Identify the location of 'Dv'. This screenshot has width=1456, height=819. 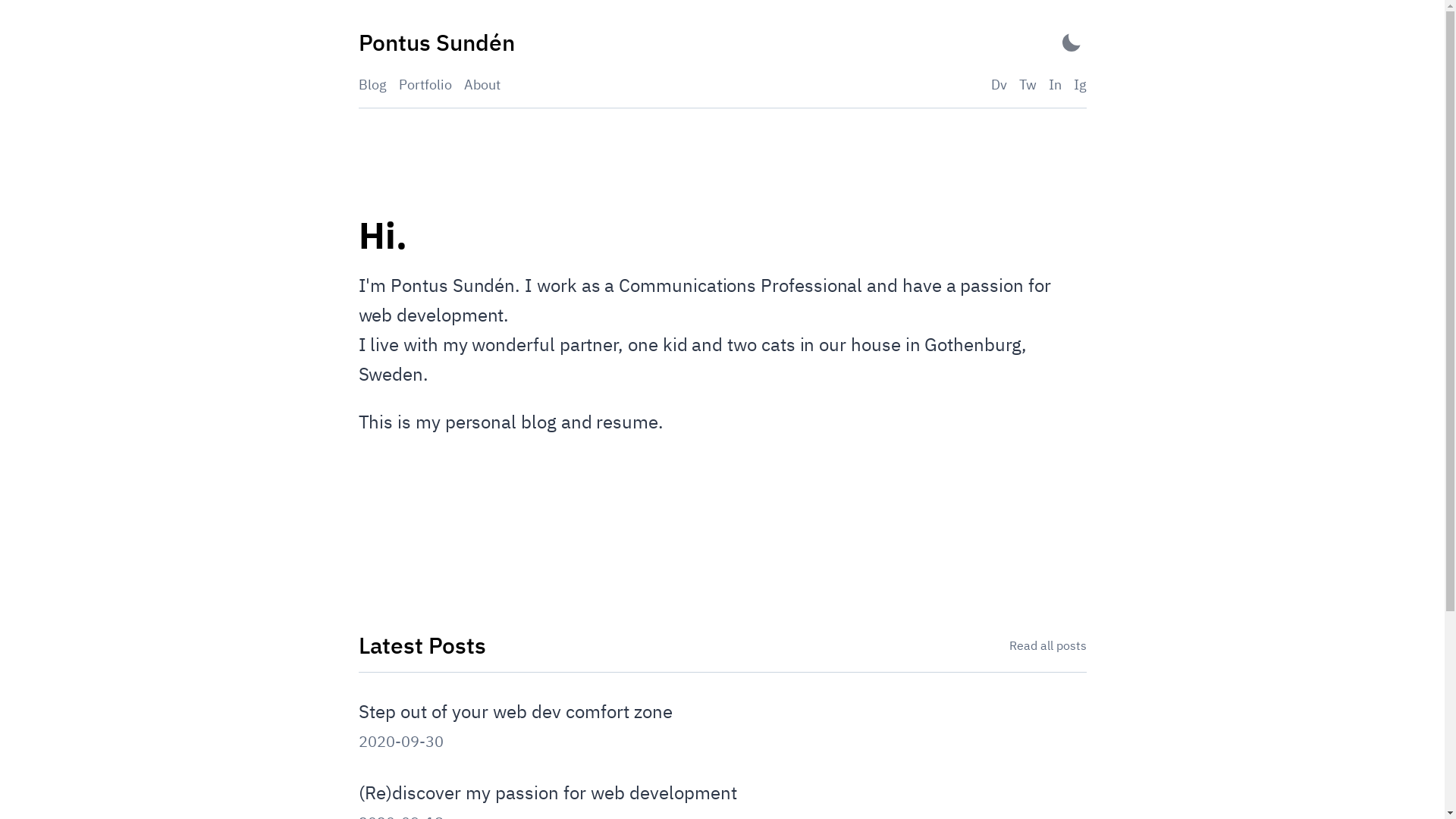
(990, 84).